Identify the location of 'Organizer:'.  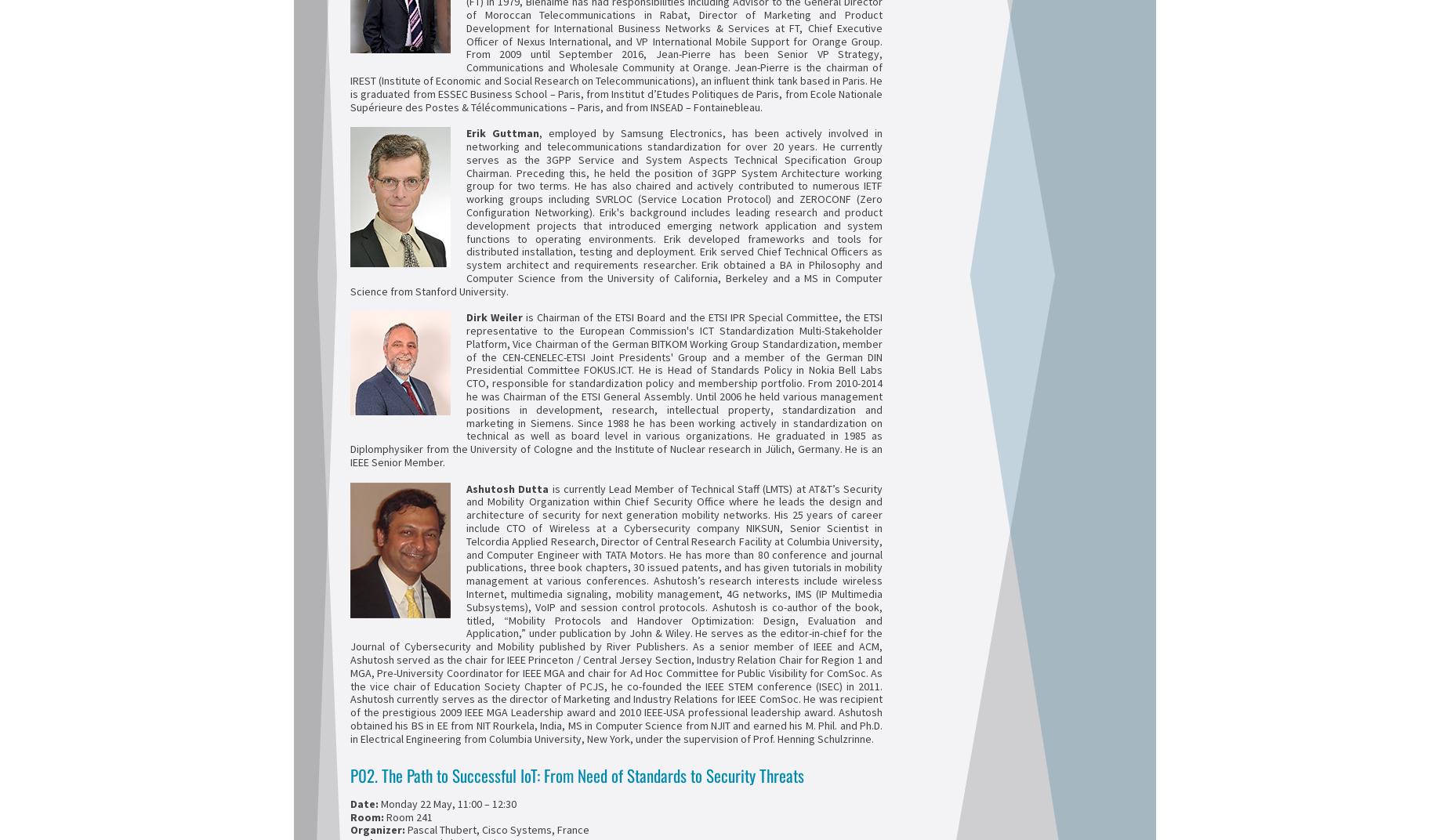
(377, 830).